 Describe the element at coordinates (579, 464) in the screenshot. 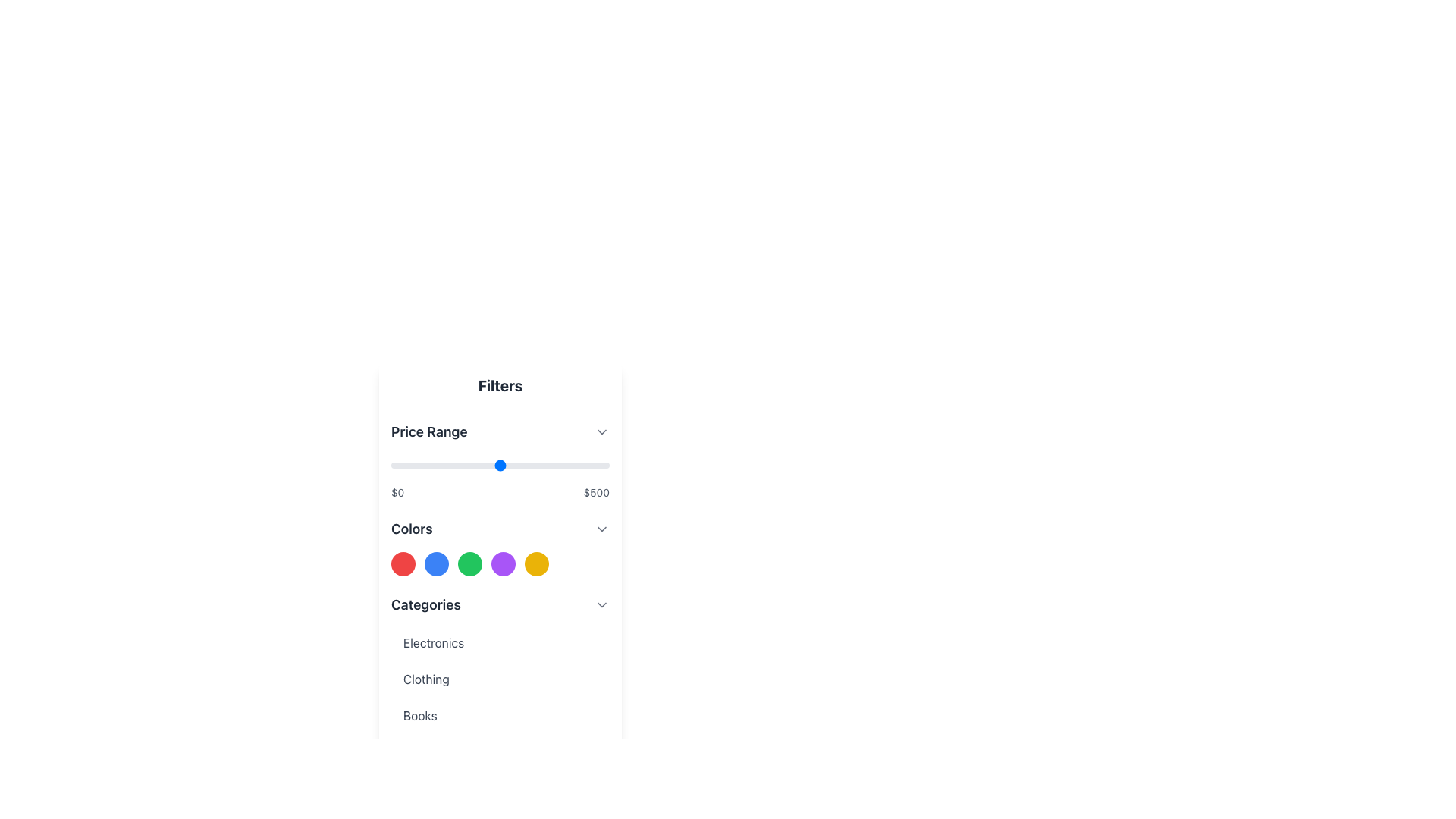

I see `the price range` at that location.